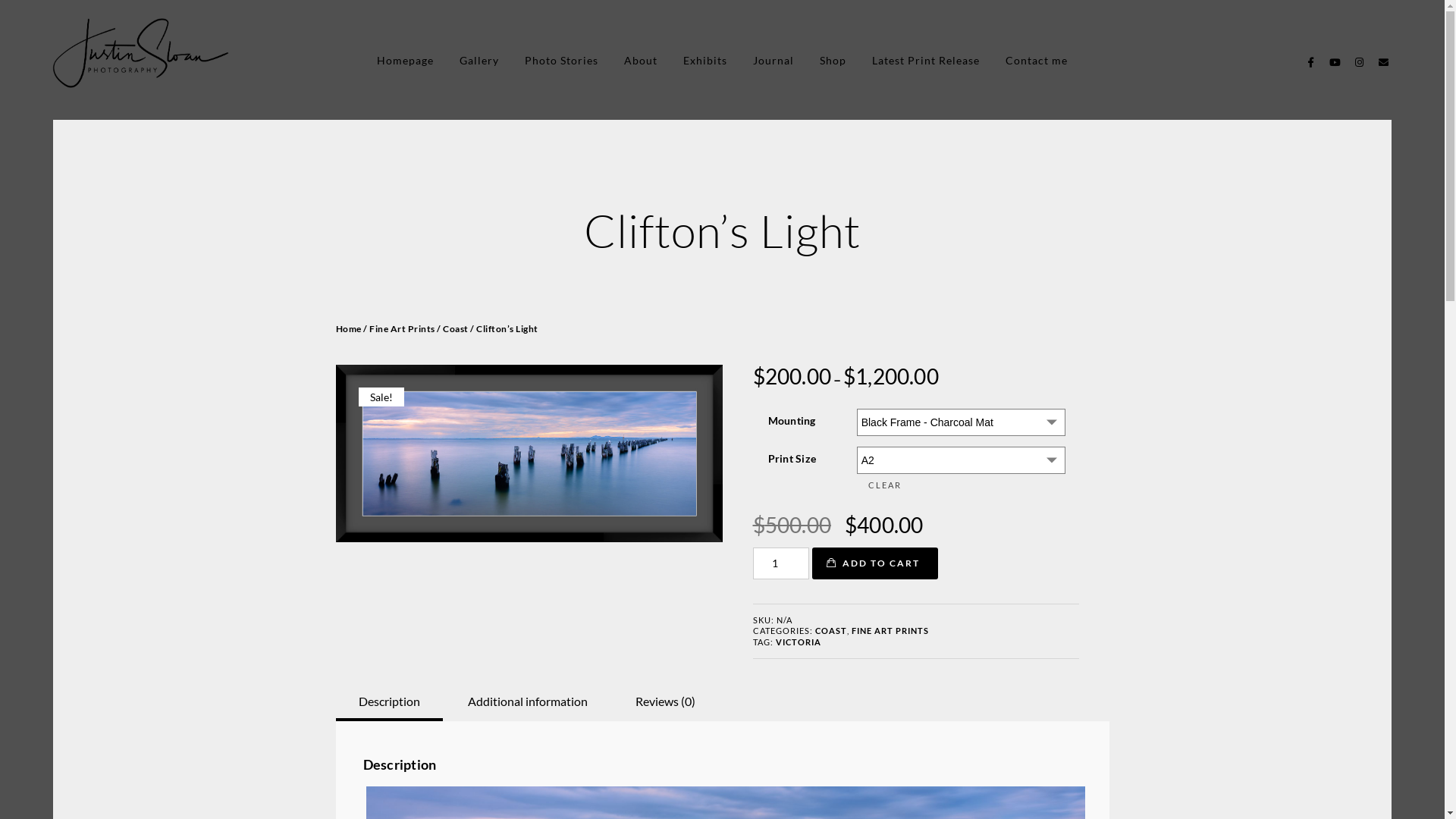 The width and height of the screenshot is (1456, 819). What do you see at coordinates (479, 59) in the screenshot?
I see `'Gallery'` at bounding box center [479, 59].